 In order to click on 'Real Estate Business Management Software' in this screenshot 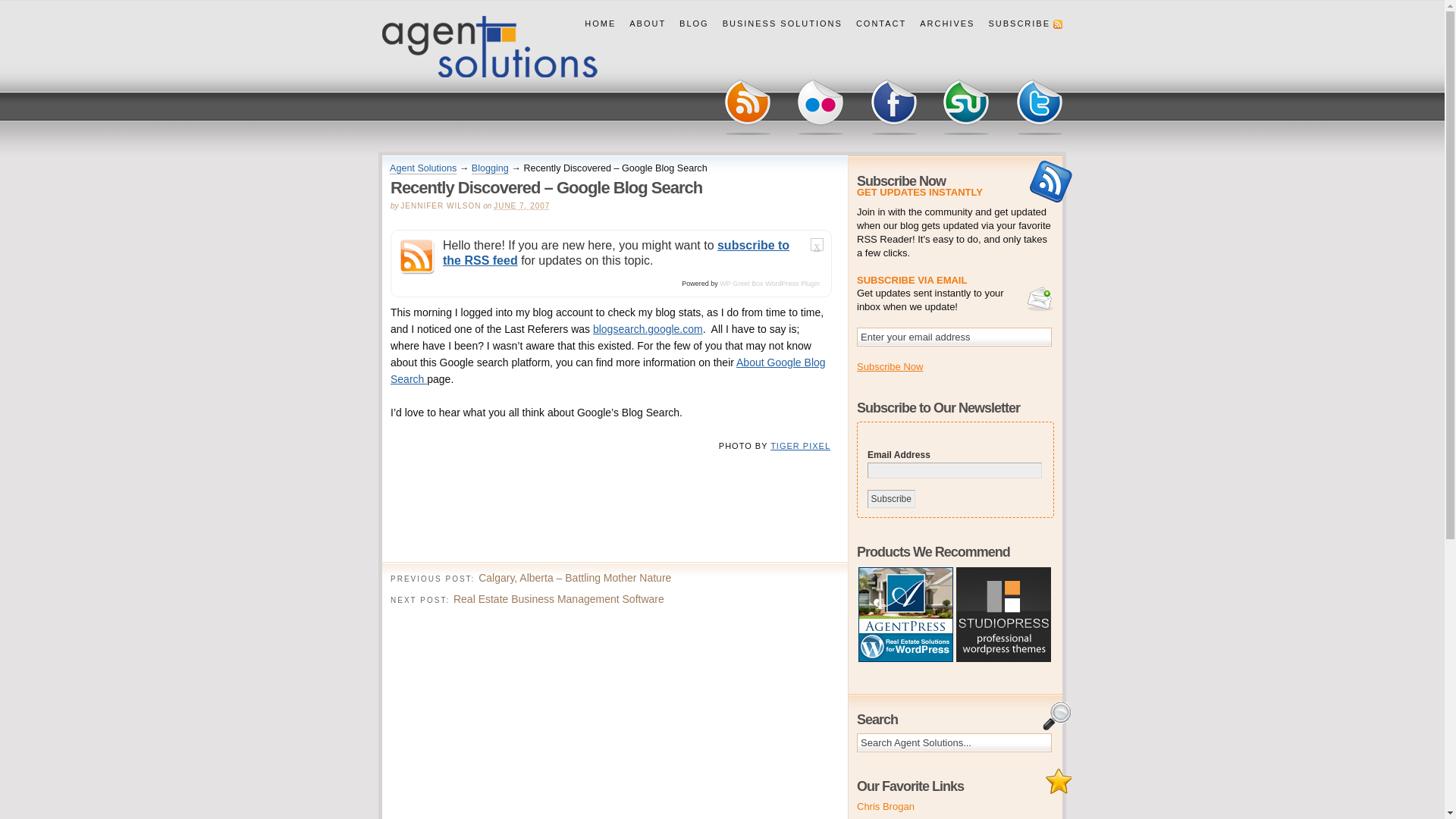, I will do `click(558, 598)`.